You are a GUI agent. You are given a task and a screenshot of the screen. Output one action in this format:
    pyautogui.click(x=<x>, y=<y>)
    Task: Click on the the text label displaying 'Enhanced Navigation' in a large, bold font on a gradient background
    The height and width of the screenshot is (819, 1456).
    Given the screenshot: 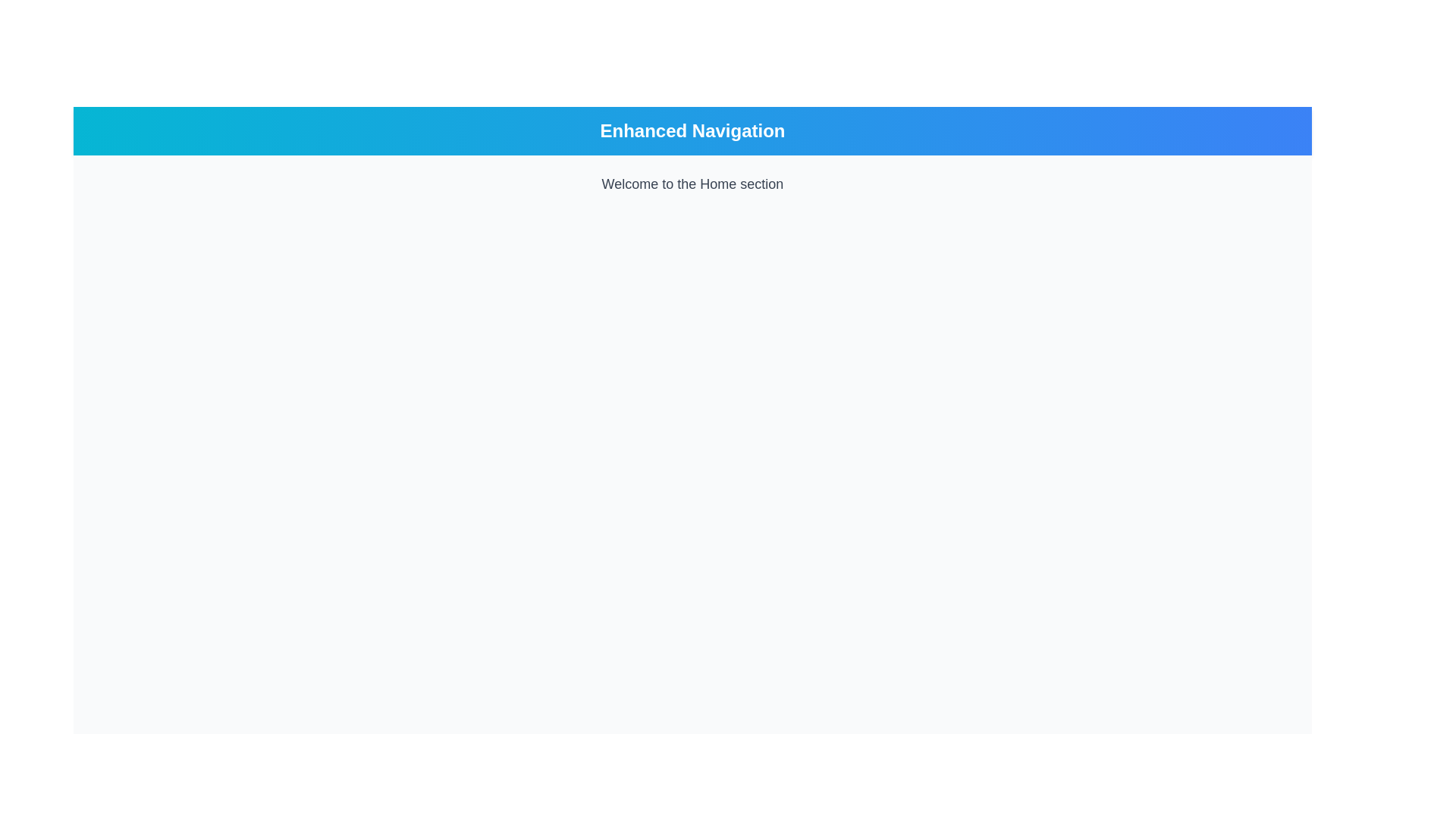 What is the action you would take?
    pyautogui.click(x=692, y=130)
    